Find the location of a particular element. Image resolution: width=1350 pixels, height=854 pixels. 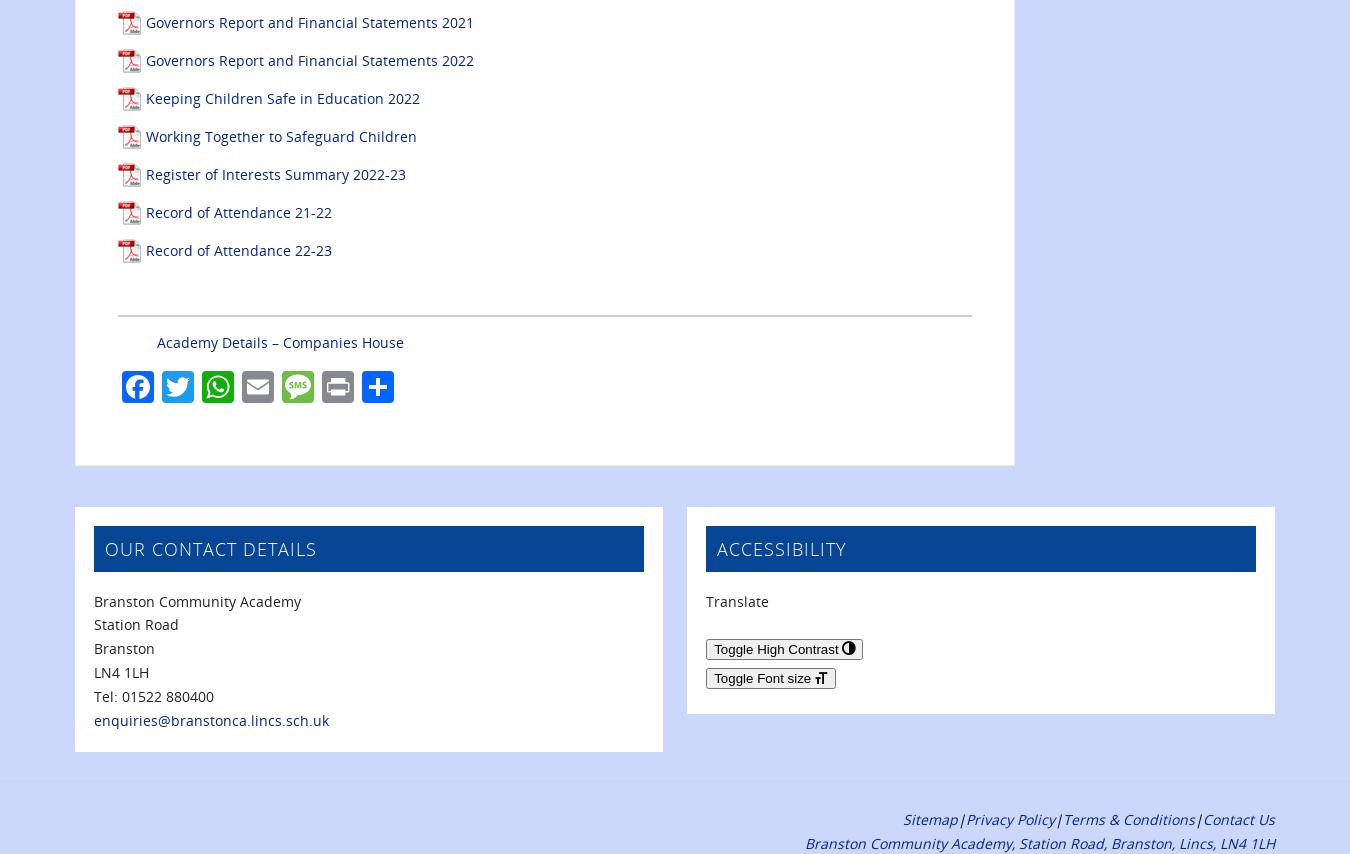

'Tel: 01522 880400' is located at coordinates (154, 694).